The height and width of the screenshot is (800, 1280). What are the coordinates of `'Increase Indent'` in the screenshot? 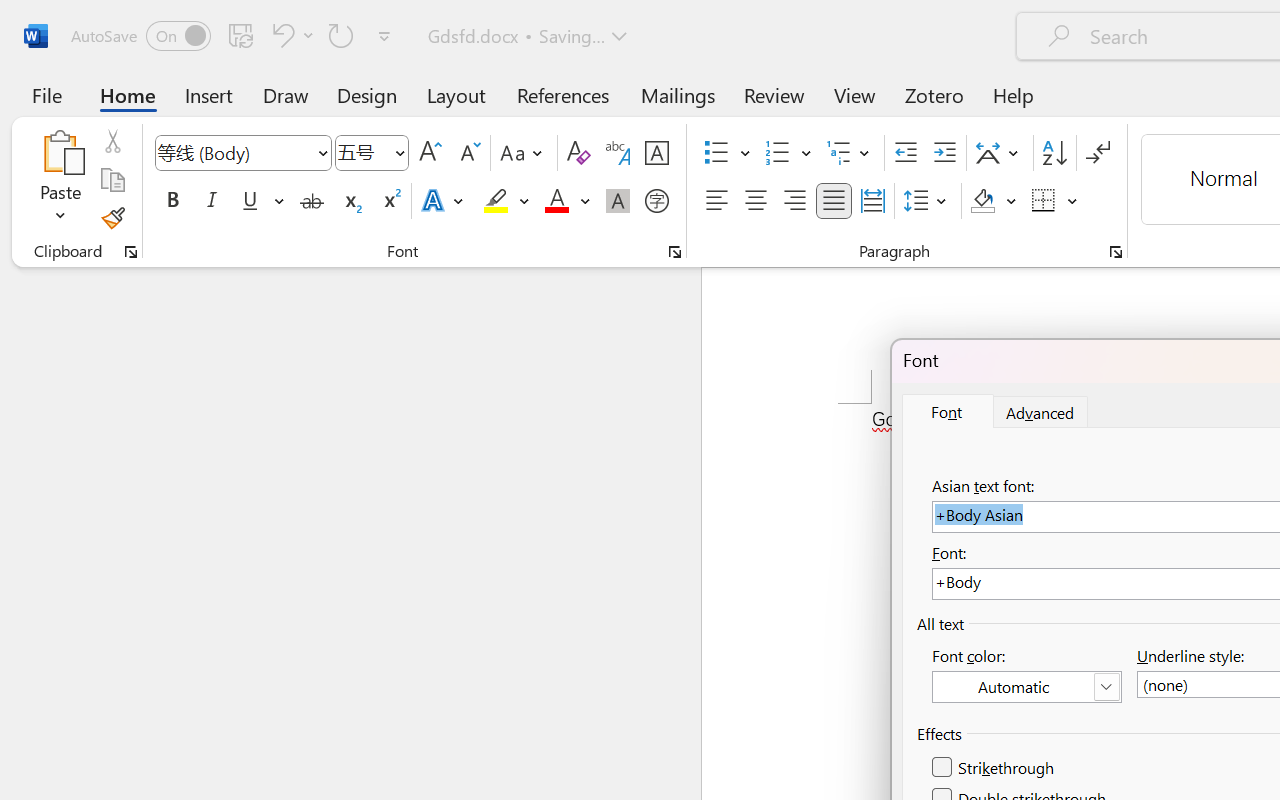 It's located at (943, 153).